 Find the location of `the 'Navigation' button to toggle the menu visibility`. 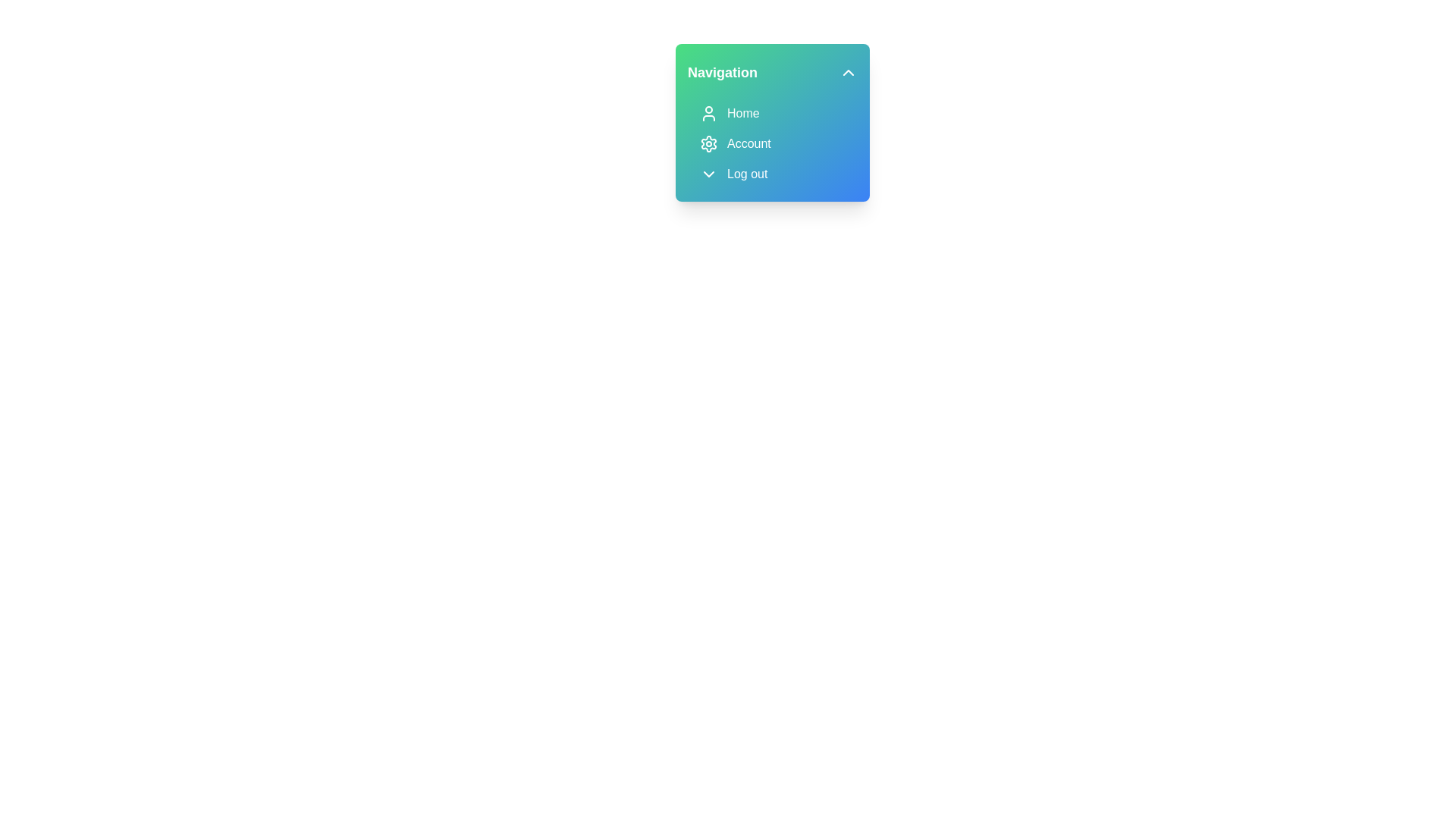

the 'Navigation' button to toggle the menu visibility is located at coordinates (772, 73).